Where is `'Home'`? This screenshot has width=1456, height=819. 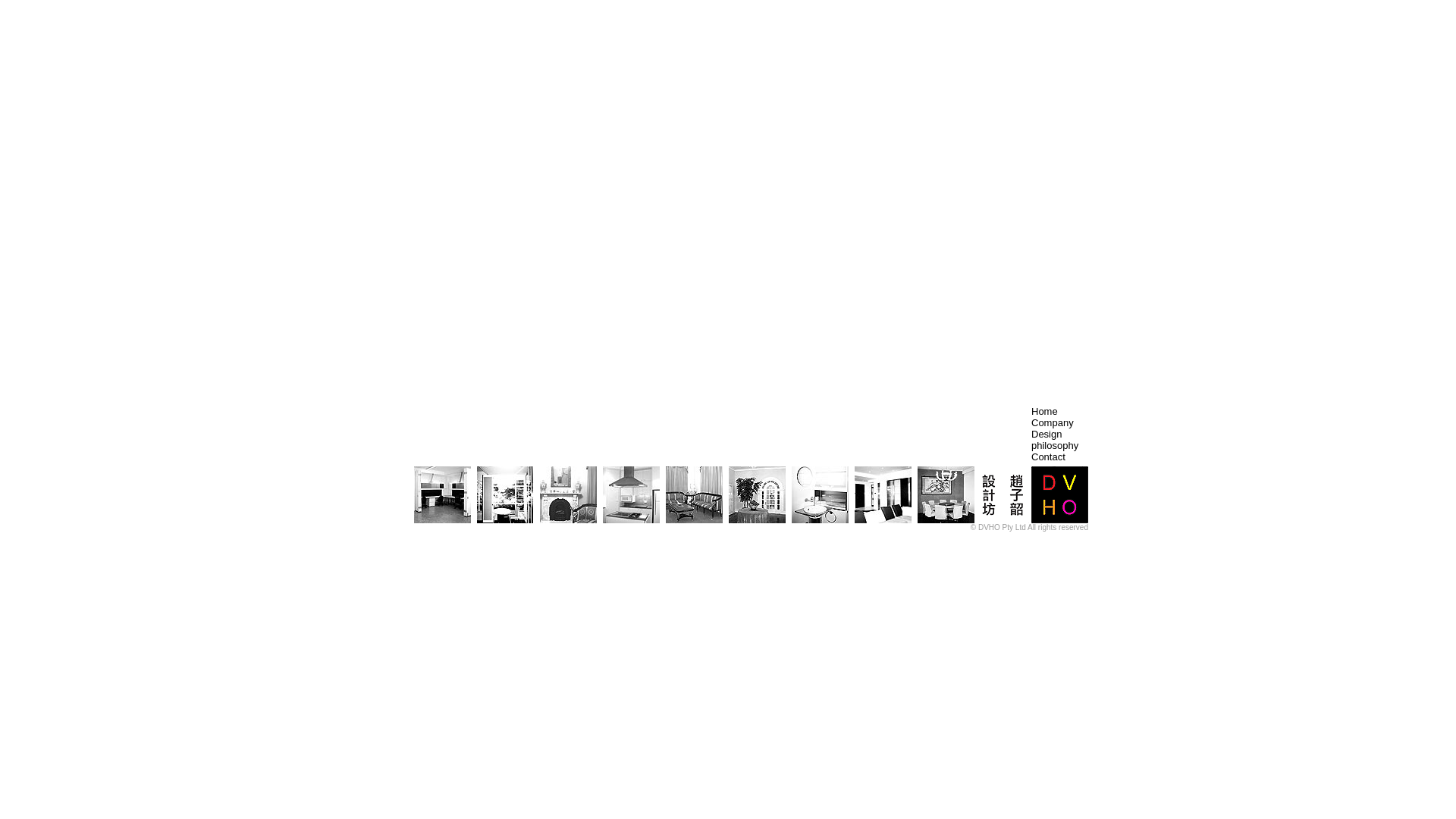 'Home' is located at coordinates (1043, 411).